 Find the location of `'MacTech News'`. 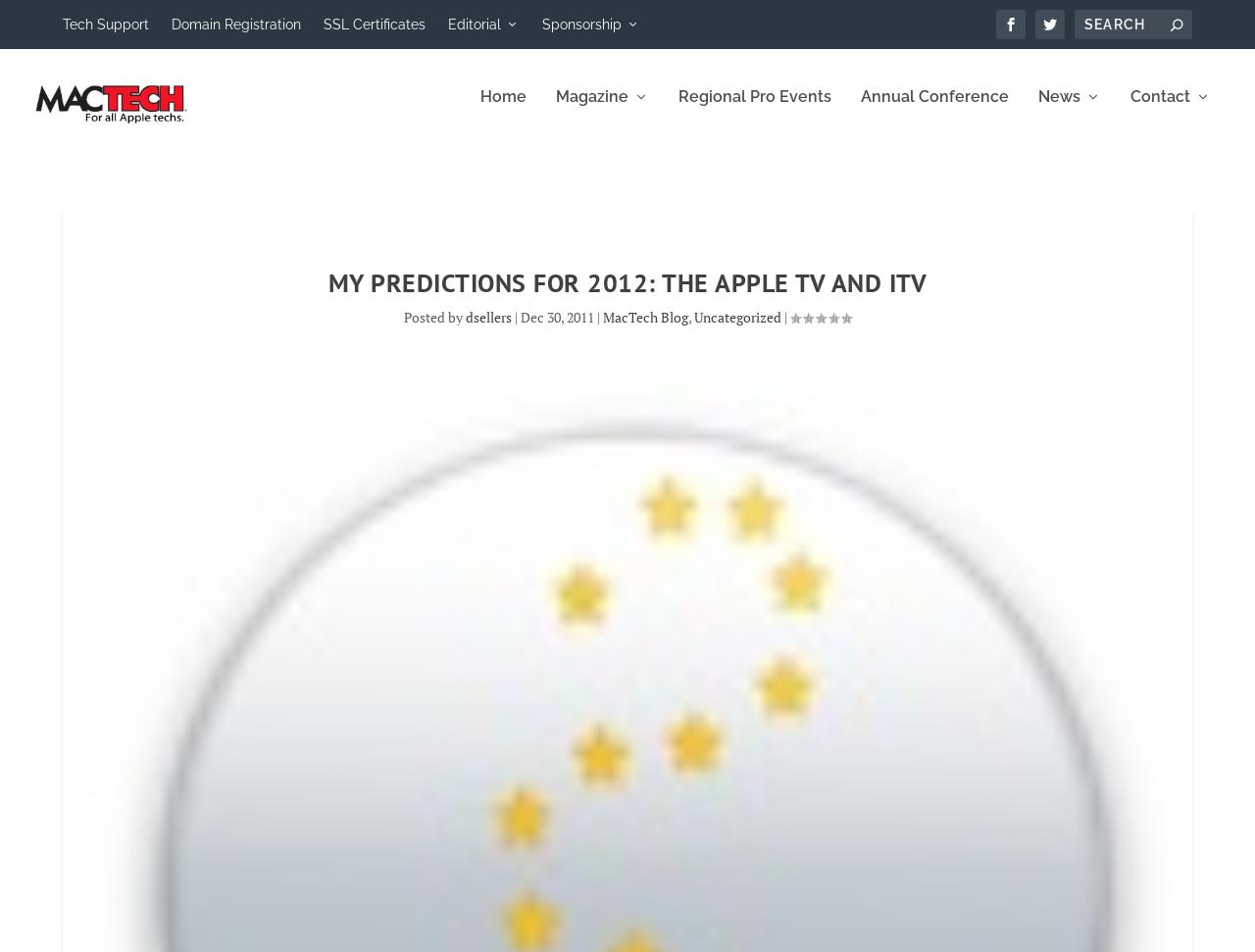

'MacTech News' is located at coordinates (1095, 269).